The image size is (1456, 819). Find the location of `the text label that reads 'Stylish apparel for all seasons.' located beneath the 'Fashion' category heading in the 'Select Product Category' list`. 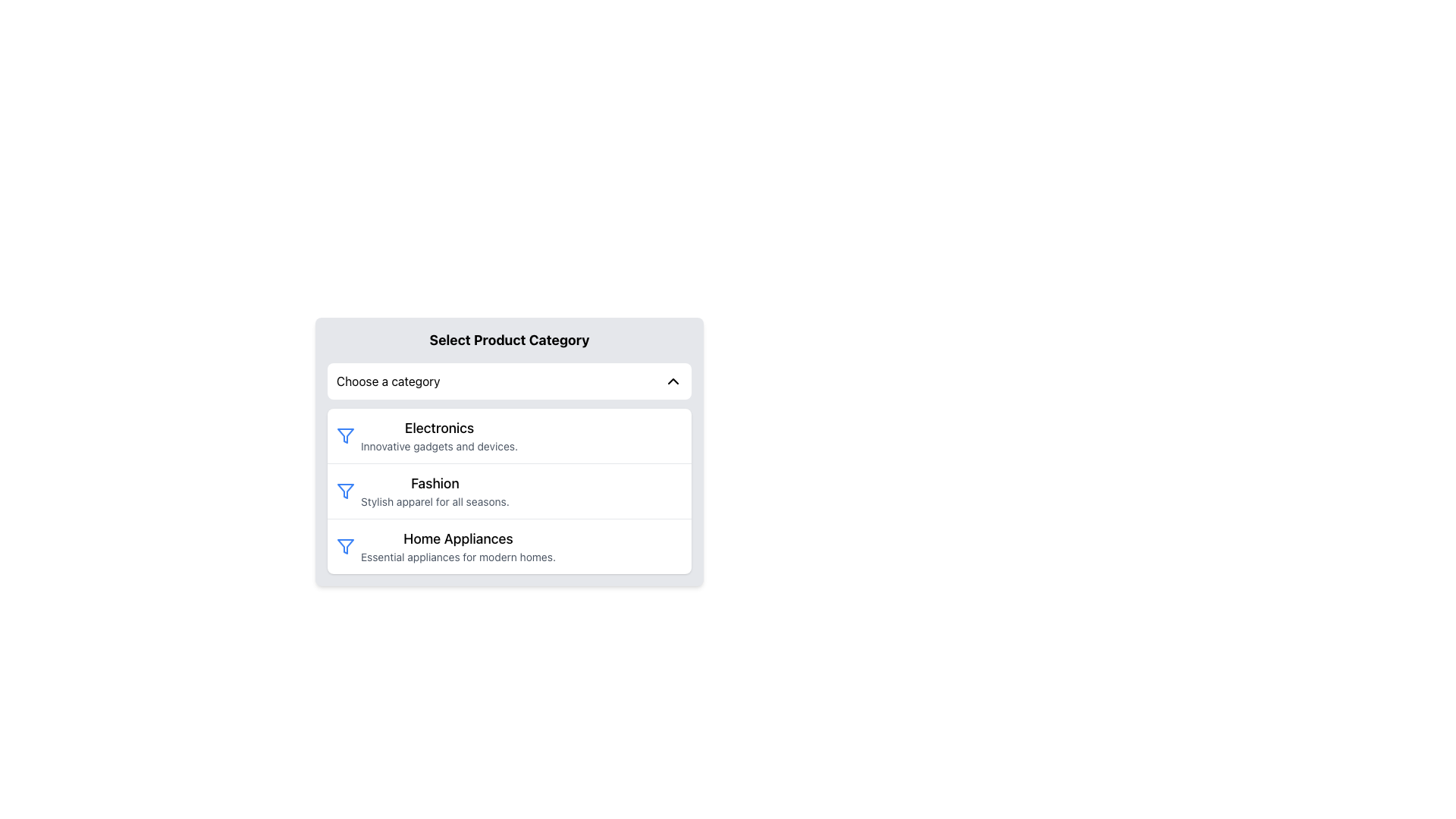

the text label that reads 'Stylish apparel for all seasons.' located beneath the 'Fashion' category heading in the 'Select Product Category' list is located at coordinates (434, 502).